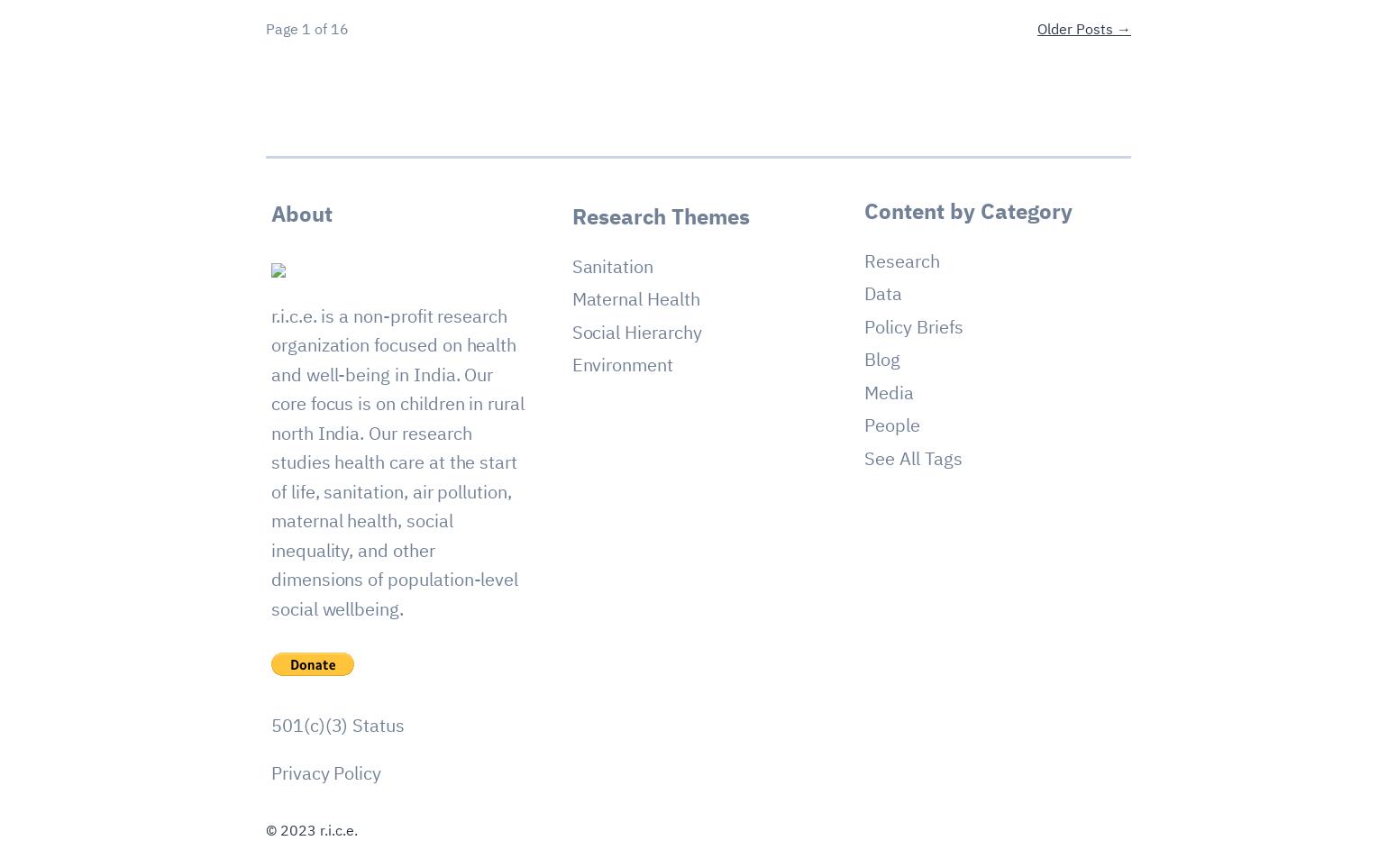 The image size is (1397, 868). Describe the element at coordinates (324, 772) in the screenshot. I see `'Privacy Policy'` at that location.